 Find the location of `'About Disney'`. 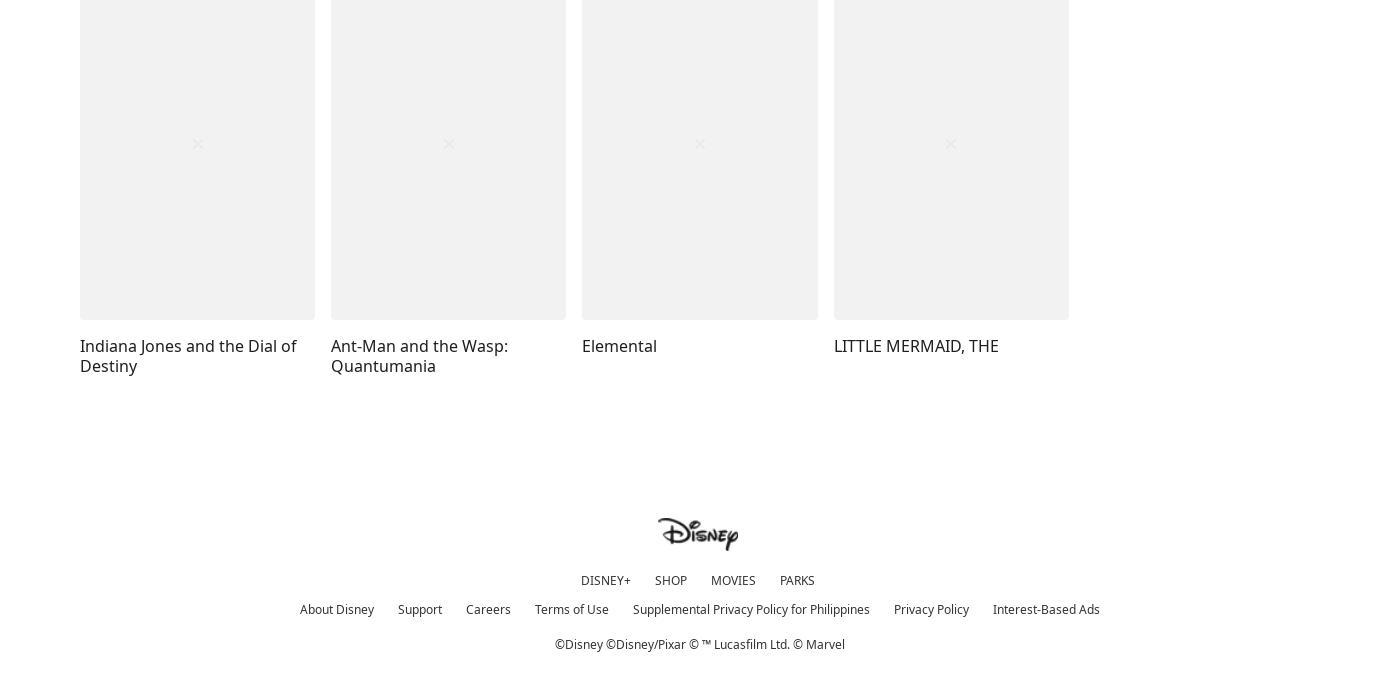

'About Disney' is located at coordinates (336, 608).